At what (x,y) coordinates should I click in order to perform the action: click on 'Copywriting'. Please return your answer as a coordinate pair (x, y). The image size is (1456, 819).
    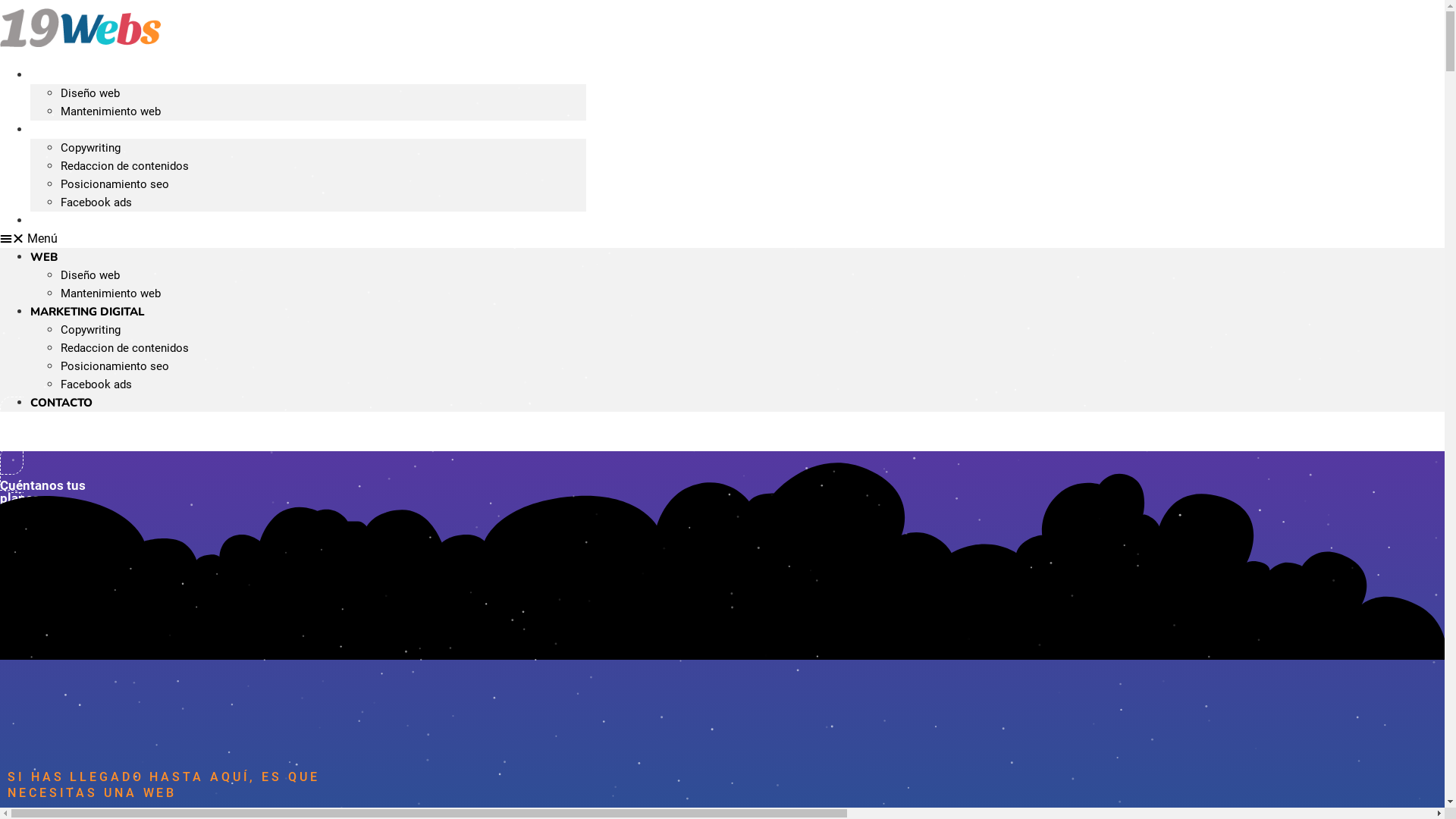
    Looking at the image, I should click on (89, 148).